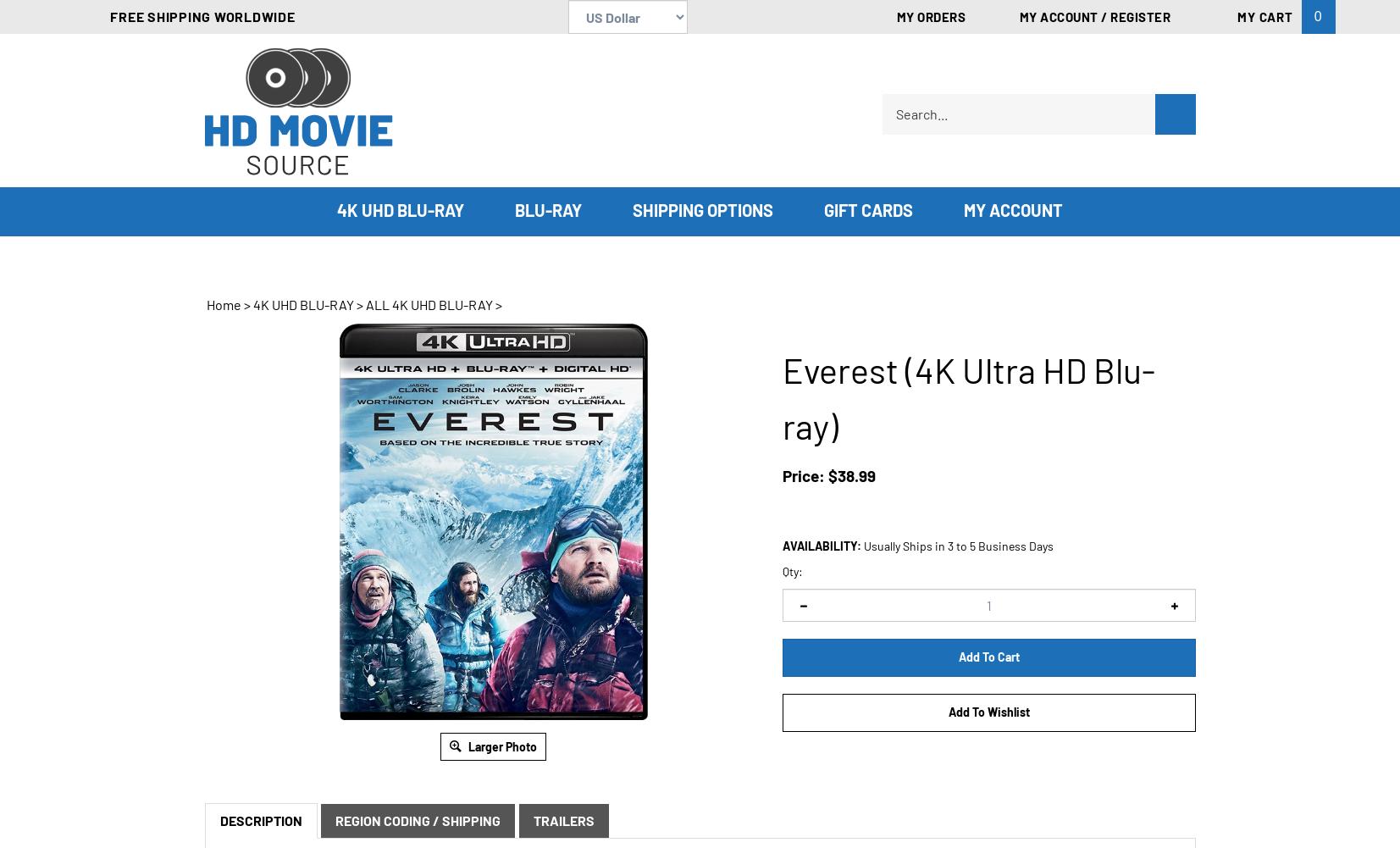 Image resolution: width=1400 pixels, height=848 pixels. Describe the element at coordinates (500, 745) in the screenshot. I see `'Larger Photo'` at that location.